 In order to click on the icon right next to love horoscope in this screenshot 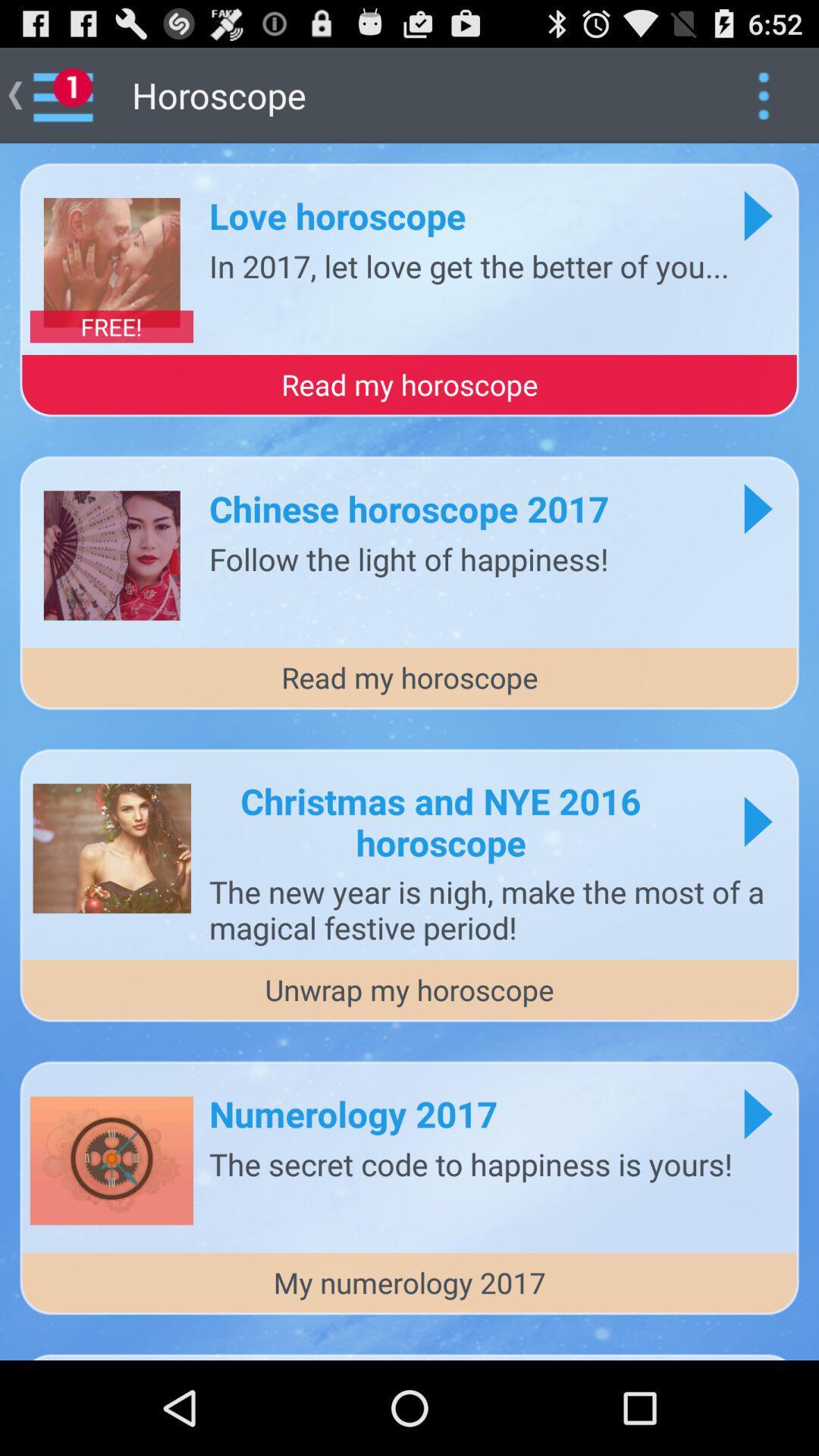, I will do `click(758, 215)`.